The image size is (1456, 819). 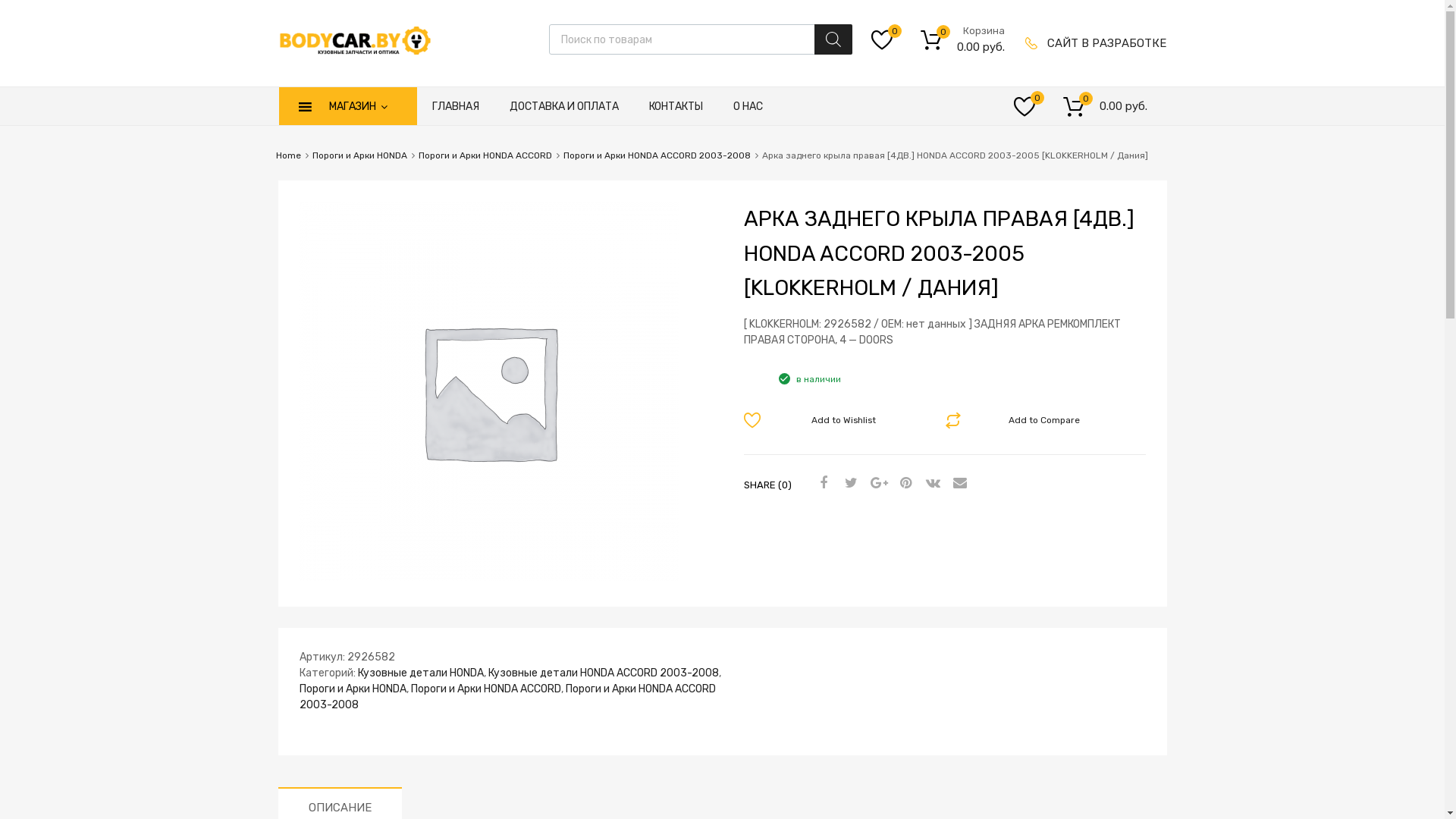 What do you see at coordinates (1034, 420) in the screenshot?
I see `'Add to Compare'` at bounding box center [1034, 420].